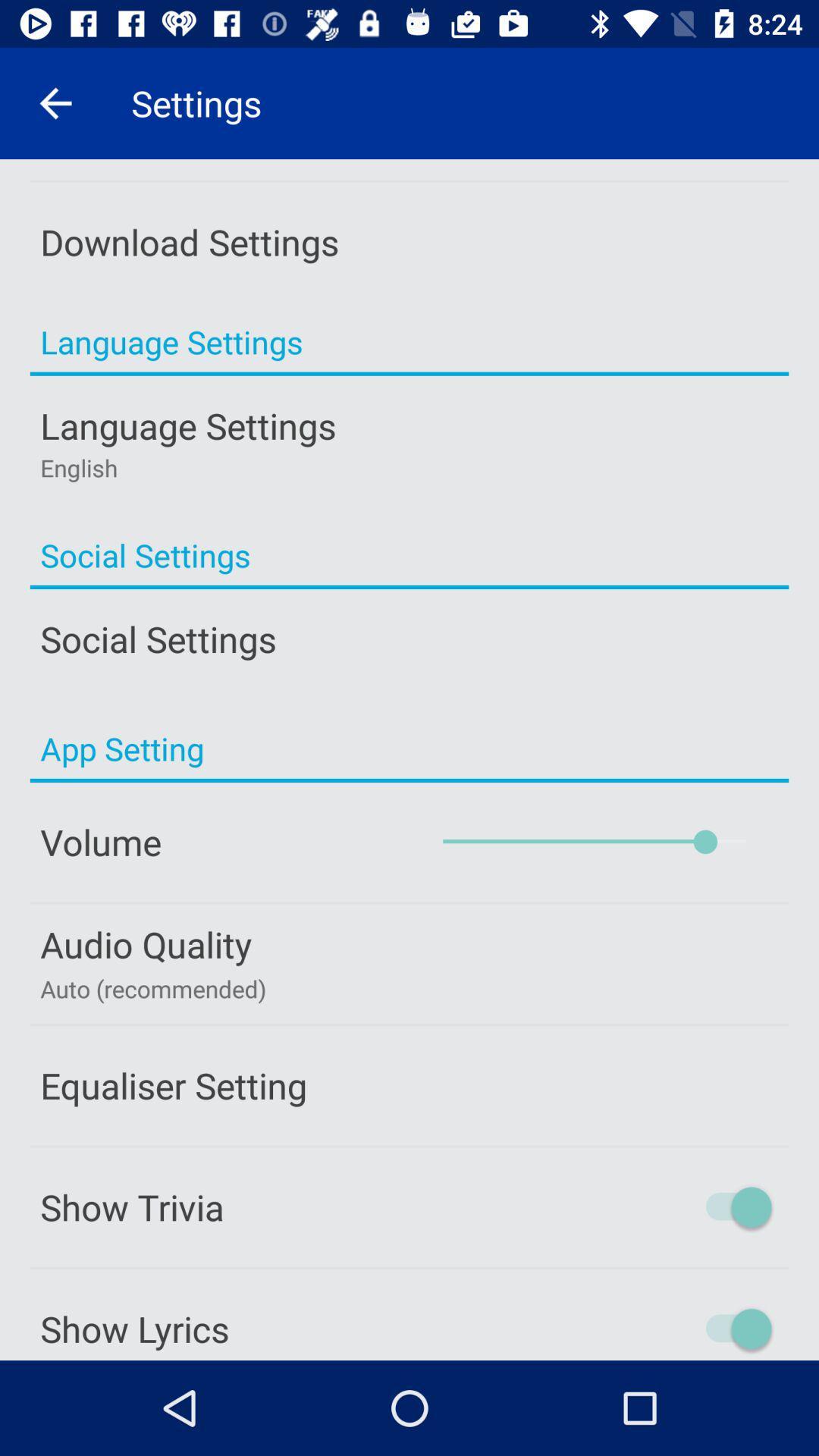  What do you see at coordinates (409, 554) in the screenshot?
I see `the text which is below the english` at bounding box center [409, 554].